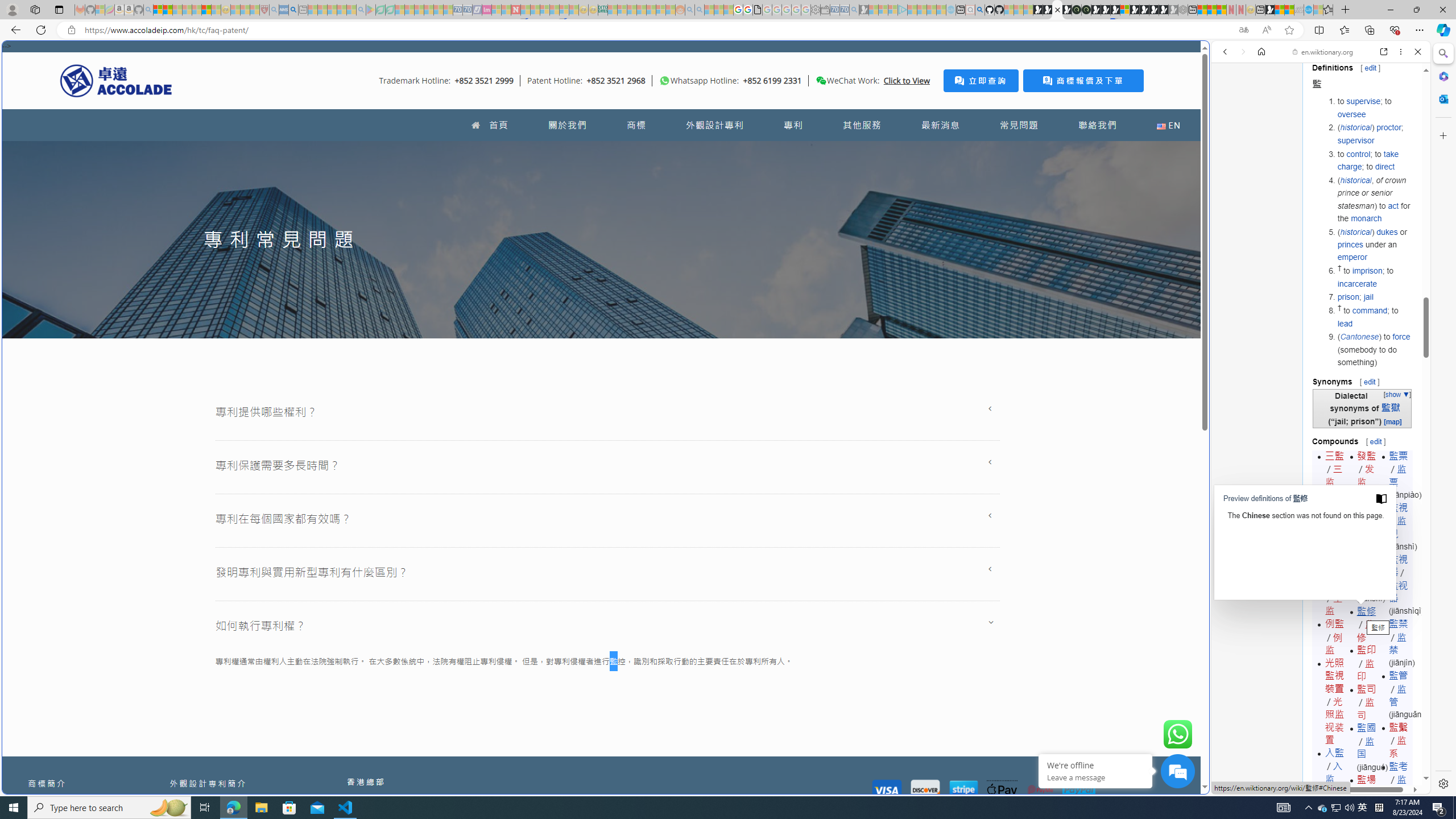 The width and height of the screenshot is (1456, 819). Describe the element at coordinates (1144, 9) in the screenshot. I see `'Play Free Online Games | Games from Microsoft Start'` at that location.